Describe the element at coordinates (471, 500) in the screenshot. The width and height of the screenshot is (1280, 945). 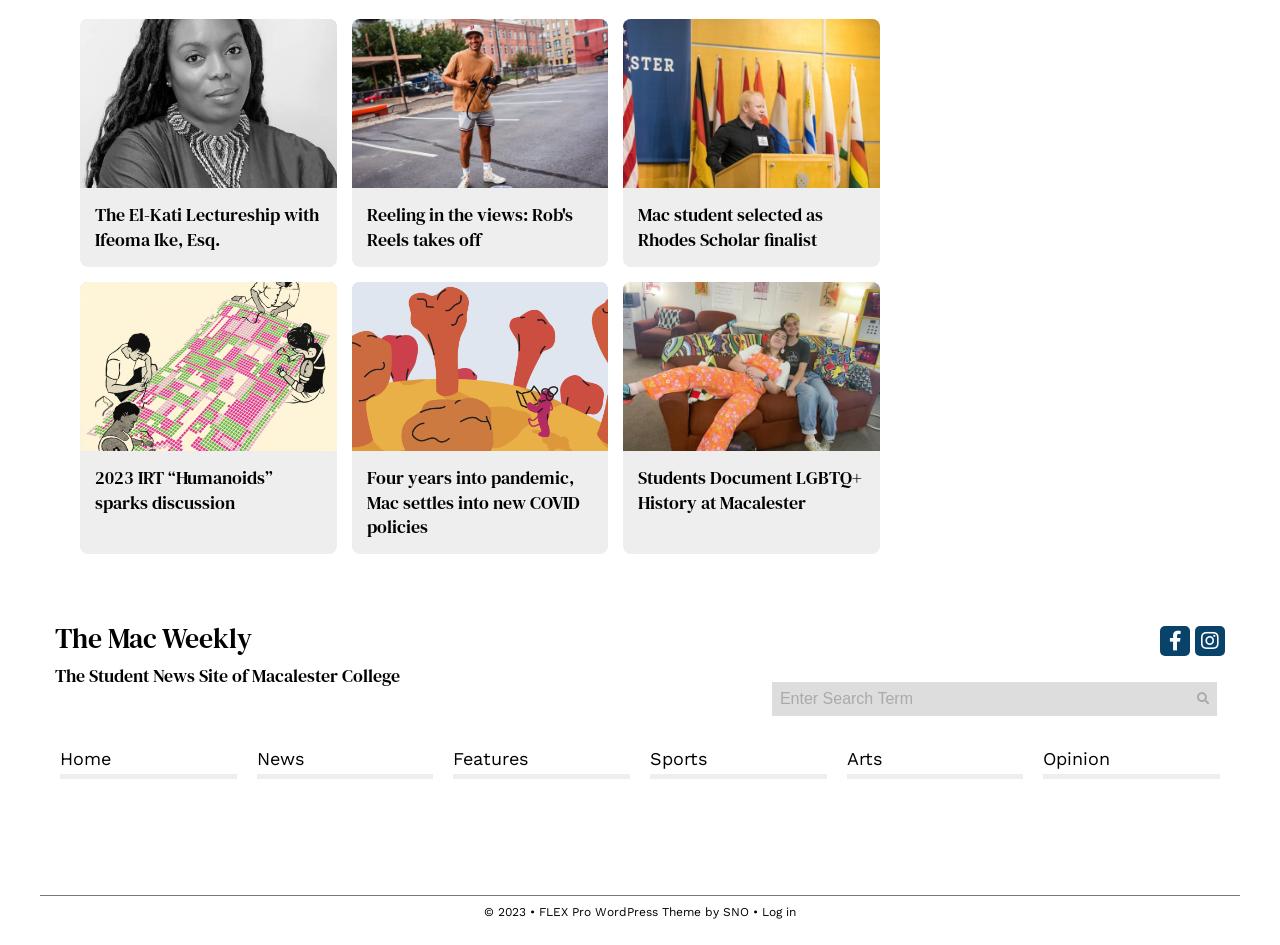
I see `'Four years into pandemic, Mac settles into new COVID policies'` at that location.